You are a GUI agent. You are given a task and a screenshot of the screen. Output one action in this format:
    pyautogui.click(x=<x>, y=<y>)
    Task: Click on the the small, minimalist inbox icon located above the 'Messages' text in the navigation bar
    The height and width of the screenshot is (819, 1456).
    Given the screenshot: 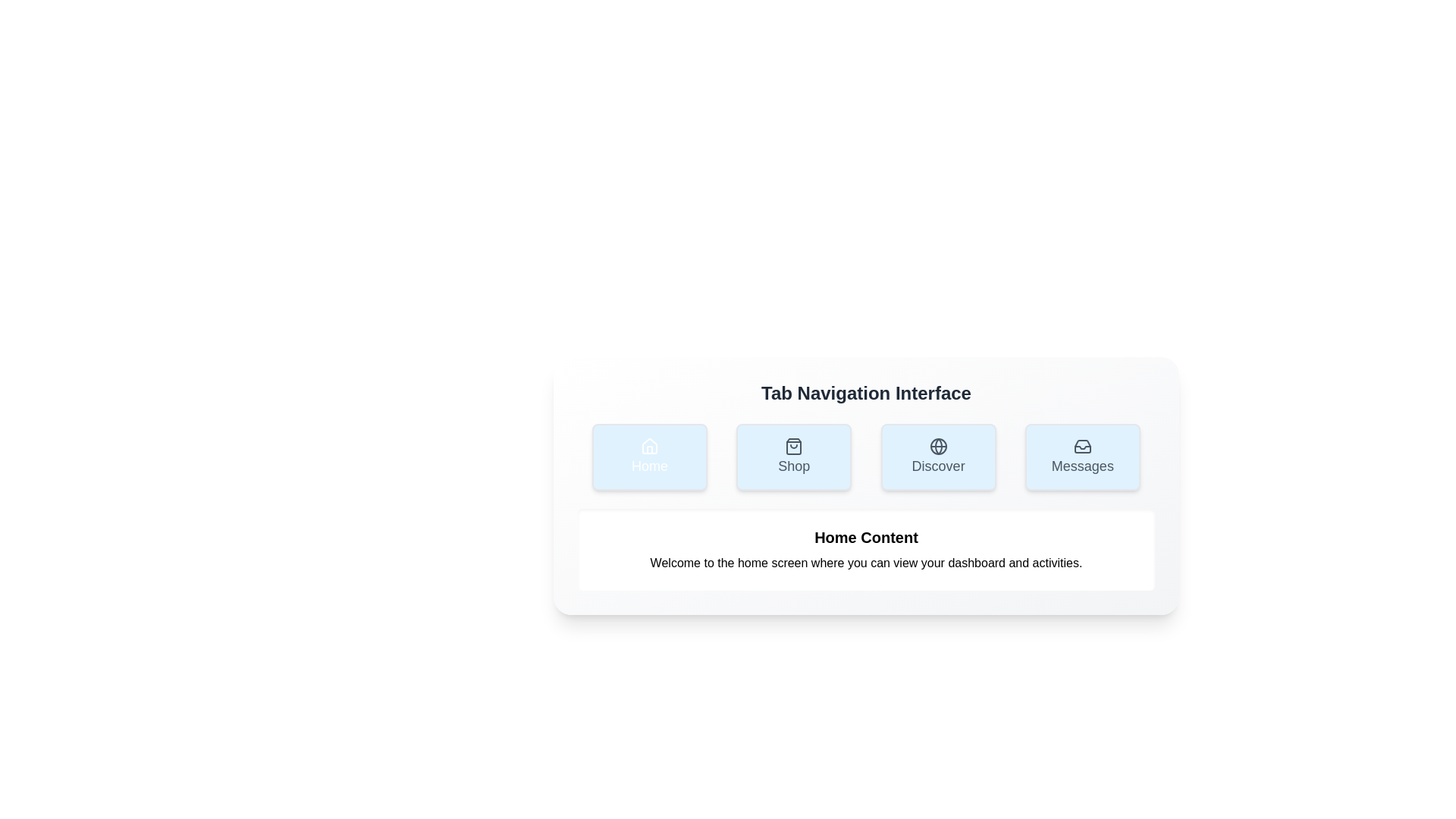 What is the action you would take?
    pyautogui.click(x=1081, y=446)
    